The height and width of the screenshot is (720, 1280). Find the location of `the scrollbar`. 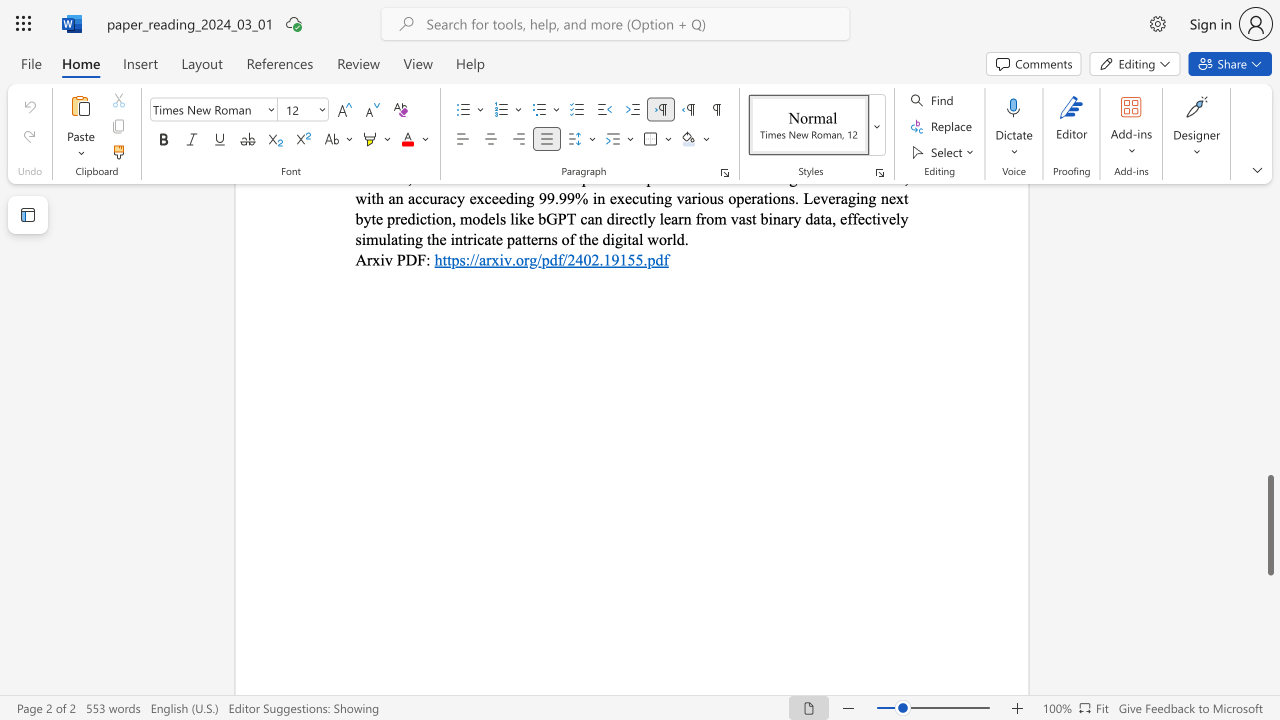

the scrollbar is located at coordinates (1269, 318).